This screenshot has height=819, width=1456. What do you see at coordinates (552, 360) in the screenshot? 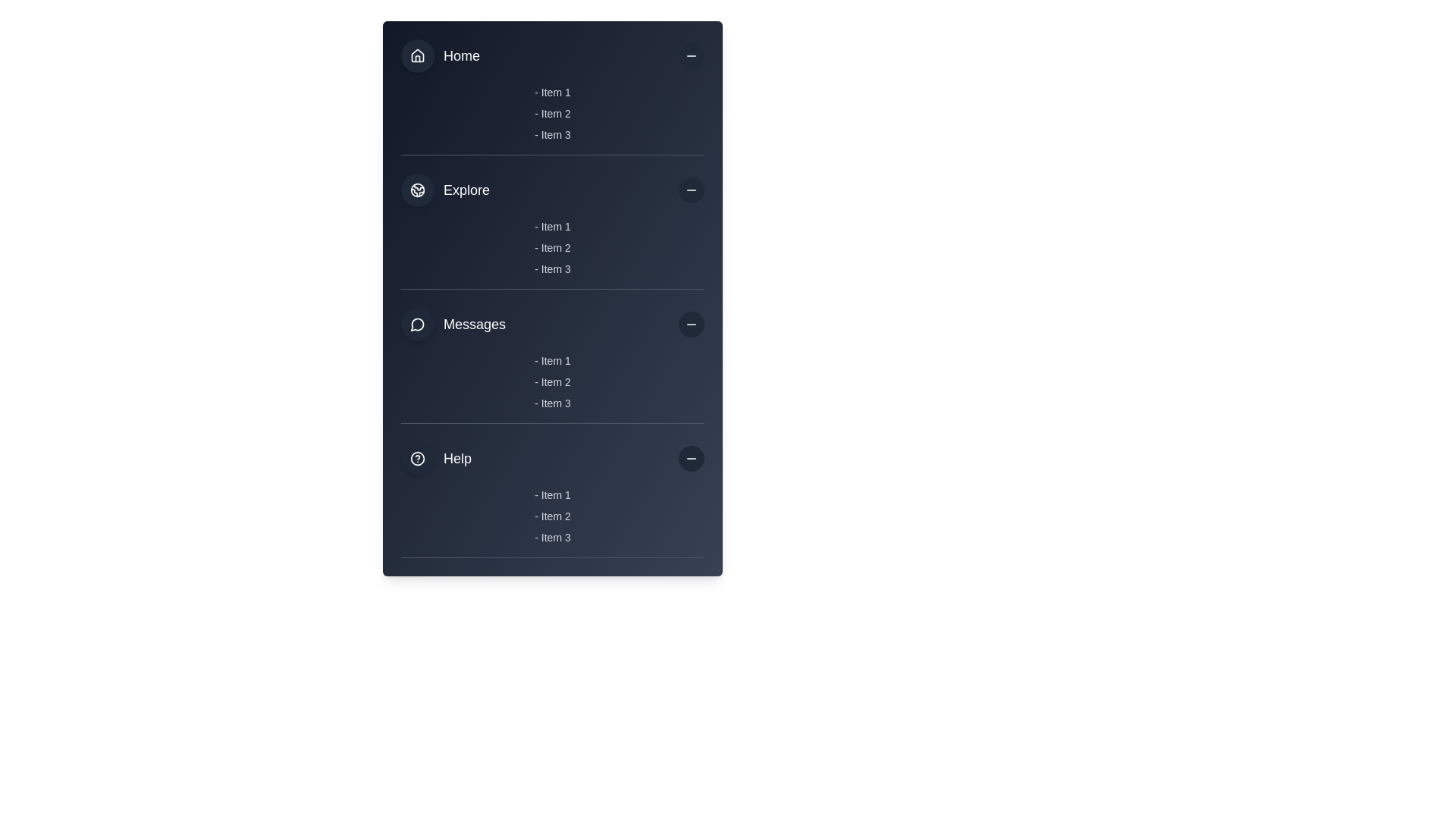
I see `the Text Label that serves as the first item in the Messages section, displaying information visually` at bounding box center [552, 360].